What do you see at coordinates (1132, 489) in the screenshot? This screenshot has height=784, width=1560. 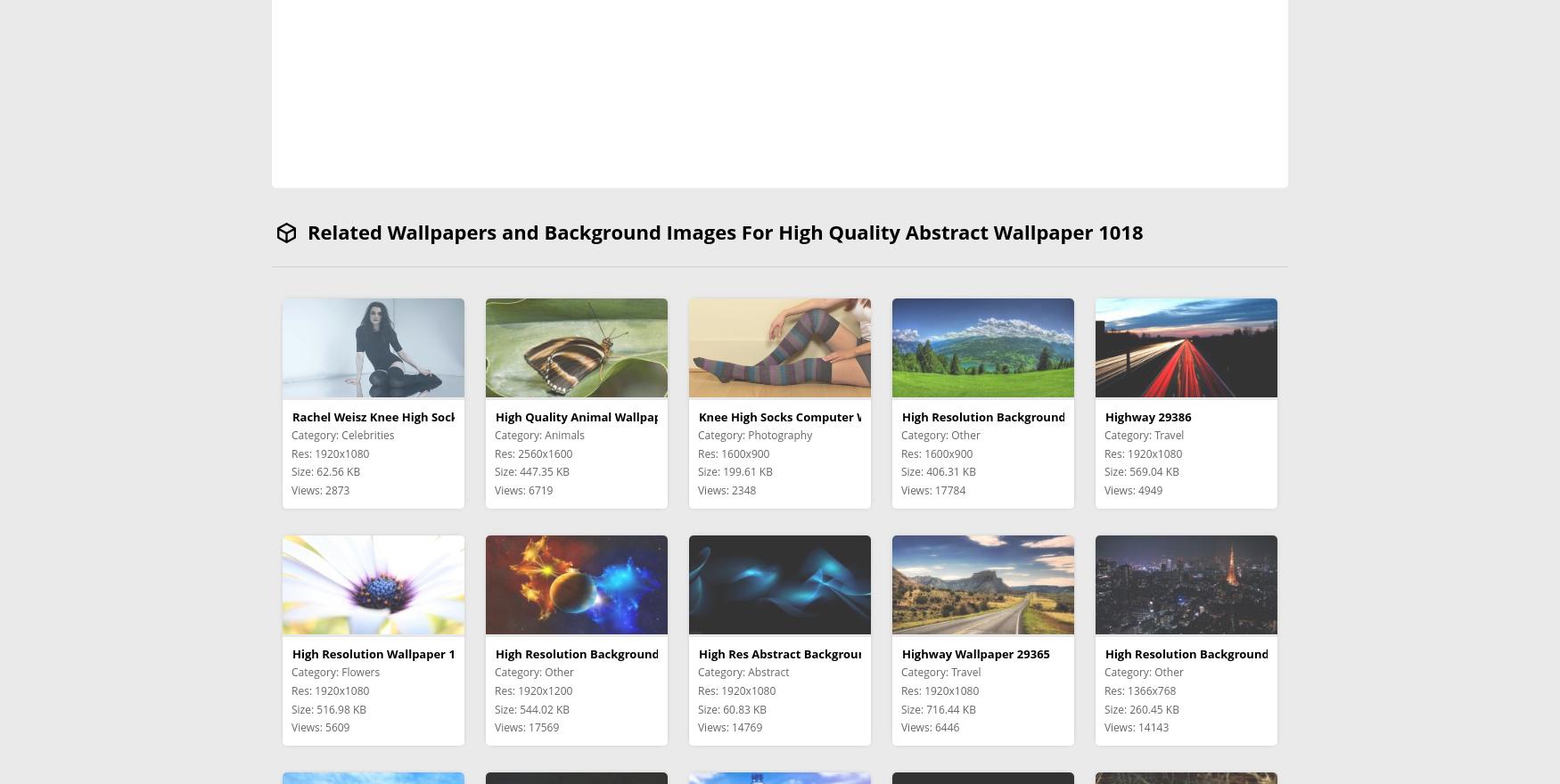 I see `'Views: 4949'` at bounding box center [1132, 489].